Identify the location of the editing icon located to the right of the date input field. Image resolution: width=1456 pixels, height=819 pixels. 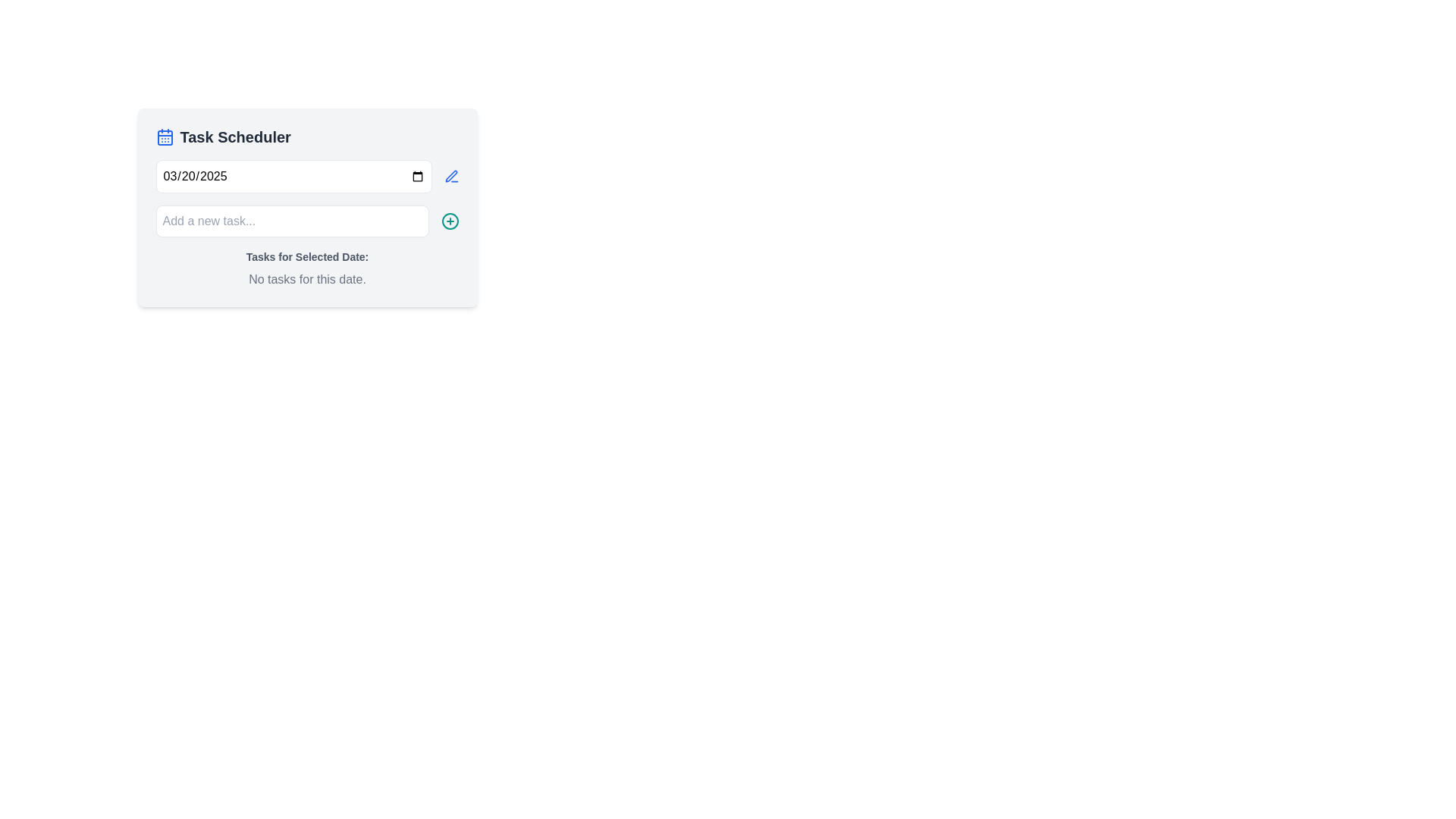
(450, 175).